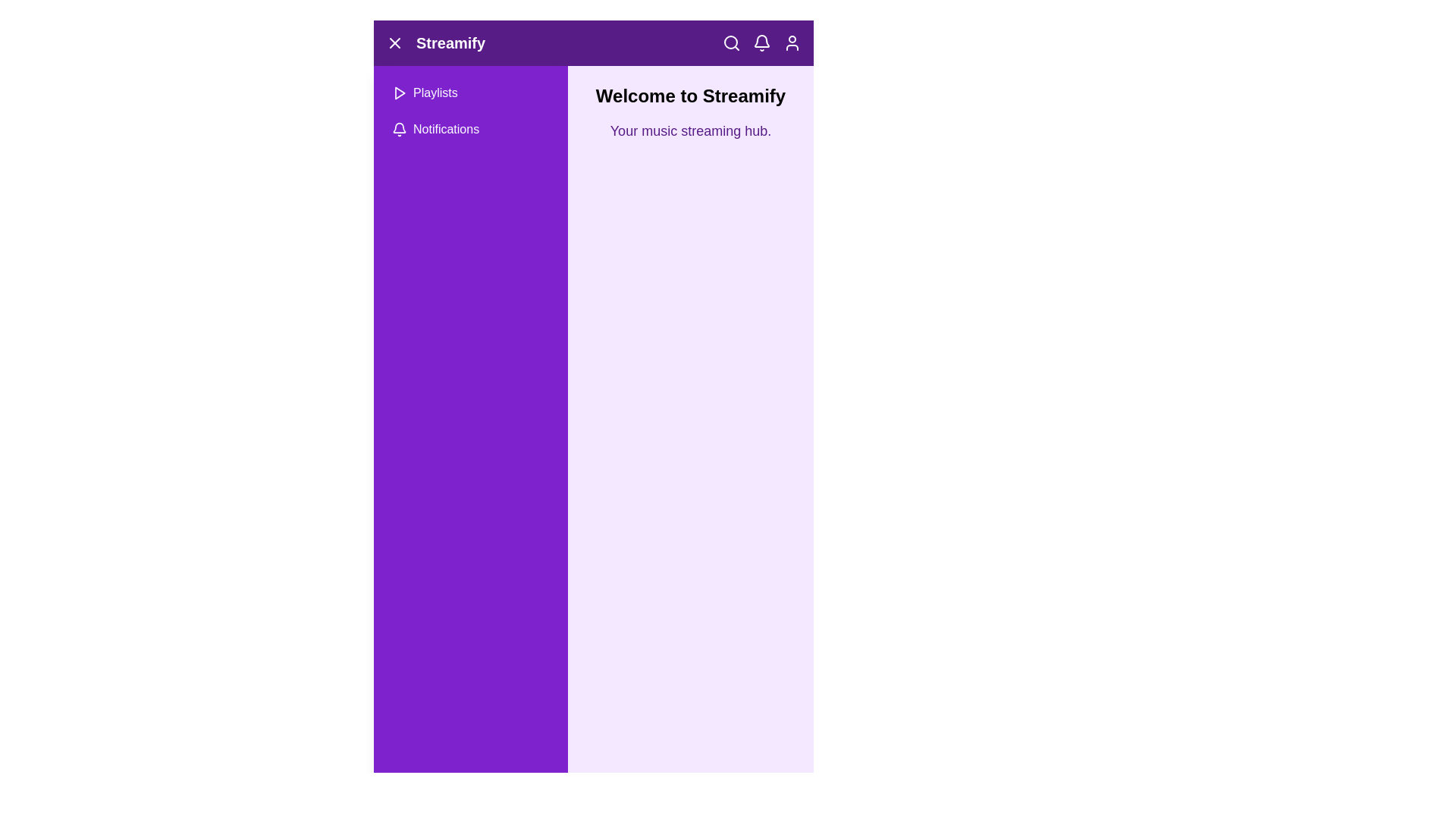 The width and height of the screenshot is (1456, 819). Describe the element at coordinates (469, 93) in the screenshot. I see `the top menu option button in the vertical sidebar to change its background color` at that location.